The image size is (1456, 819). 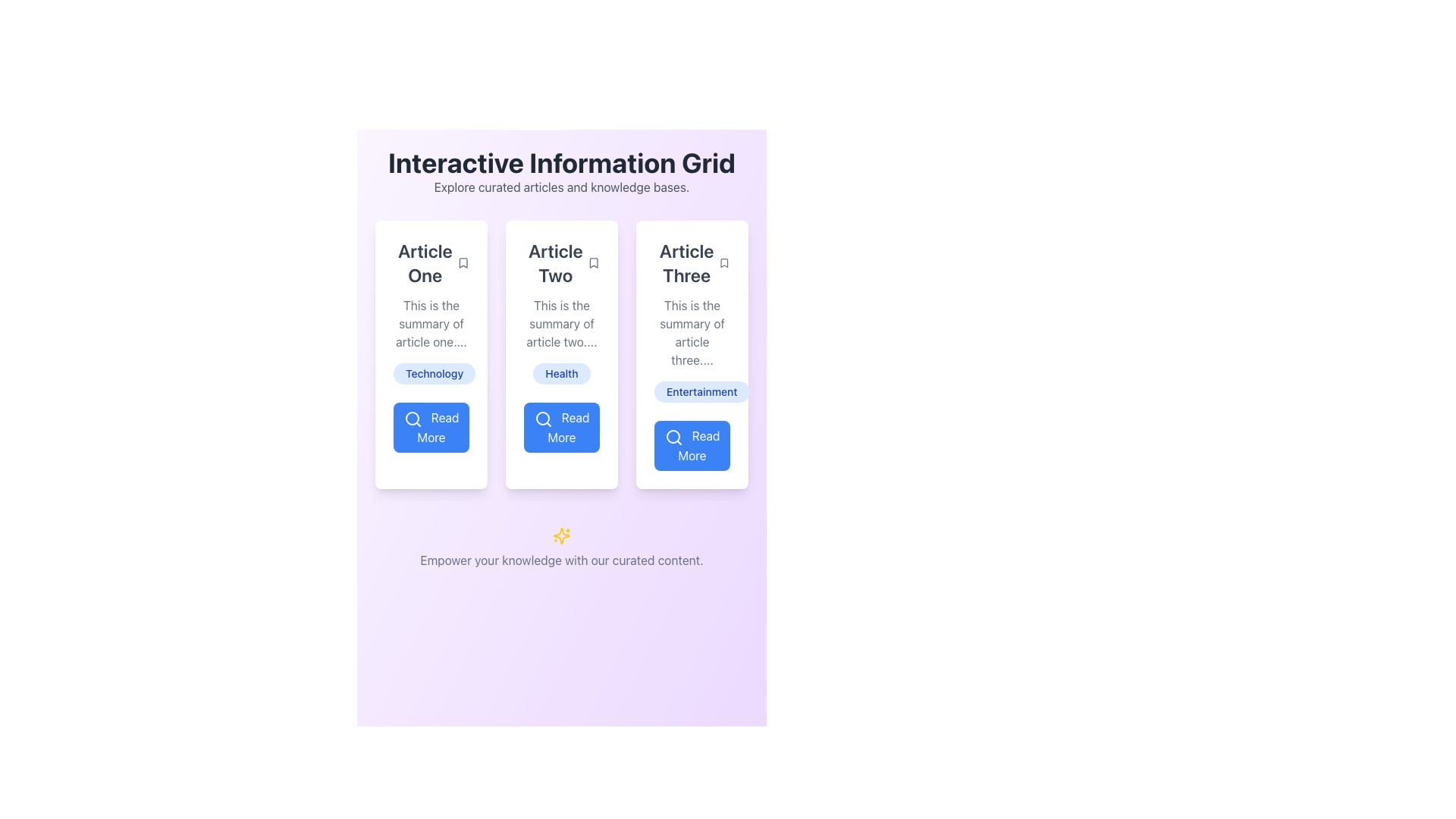 I want to click on the 'Read More' button with a blue background and white text, located at the bottom of the third card in a grid layout, so click(x=691, y=444).